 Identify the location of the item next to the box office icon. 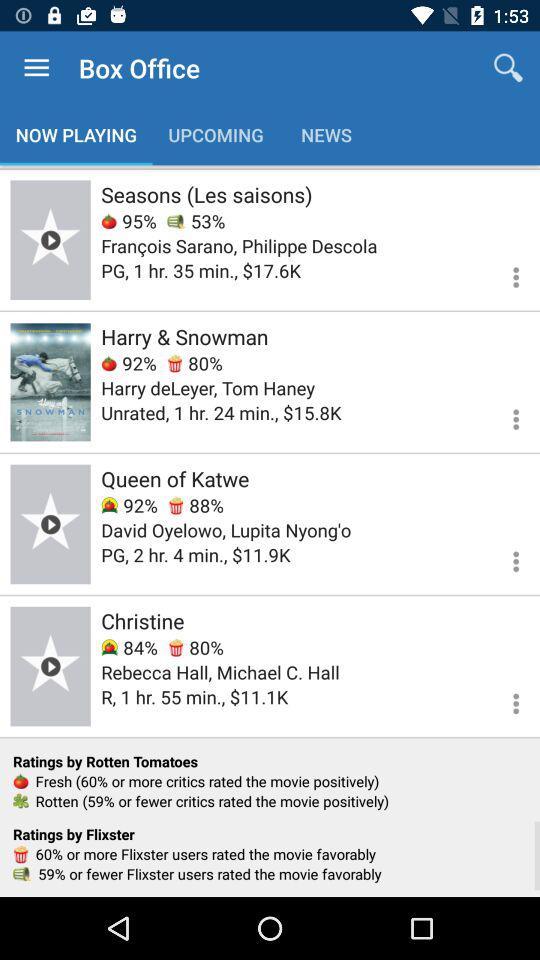
(508, 68).